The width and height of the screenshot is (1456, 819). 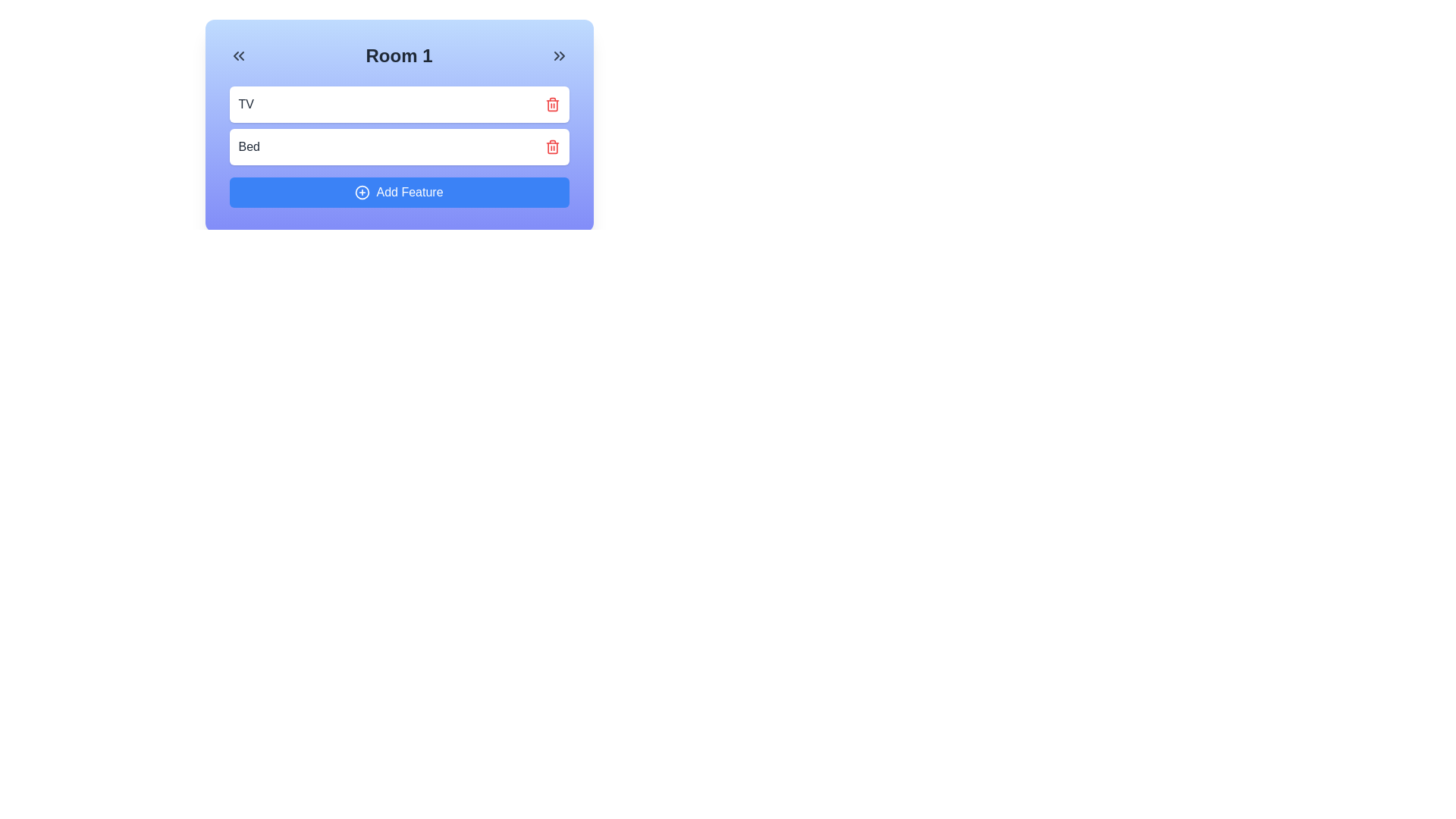 What do you see at coordinates (362, 192) in the screenshot?
I see `the circular outline icon located within the rounded rectangular button at the bottom of the card layout, which is centrally aligned beneath the 'TV' and 'Bed' items` at bounding box center [362, 192].